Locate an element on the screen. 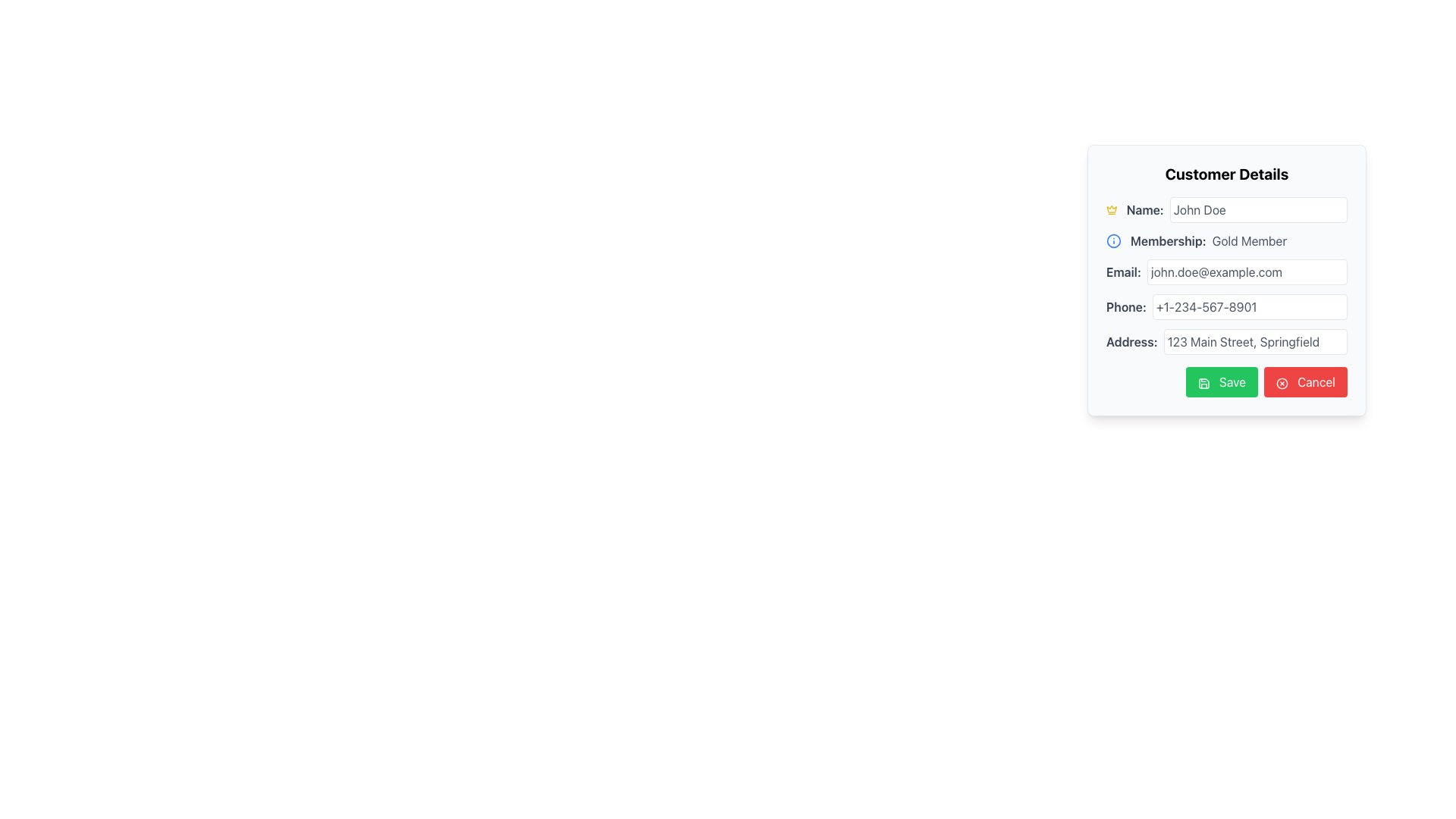  the Icon representing the 'Name:' field in the customer details interface, which is located to the left of the 'Name:' text is located at coordinates (1112, 210).